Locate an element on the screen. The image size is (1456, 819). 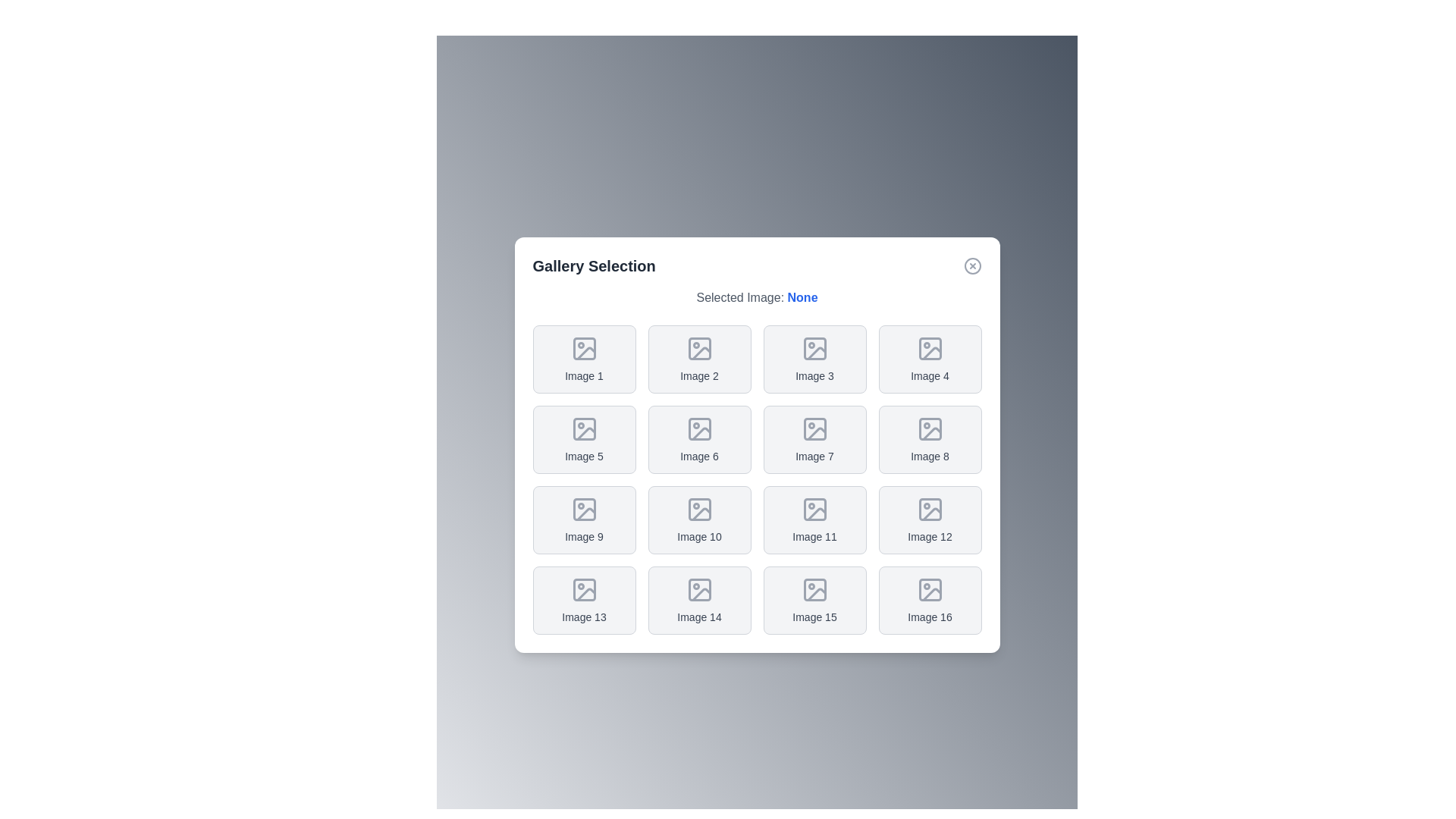
close button in the top-right corner of the dialog to close the gallery selection is located at coordinates (972, 265).